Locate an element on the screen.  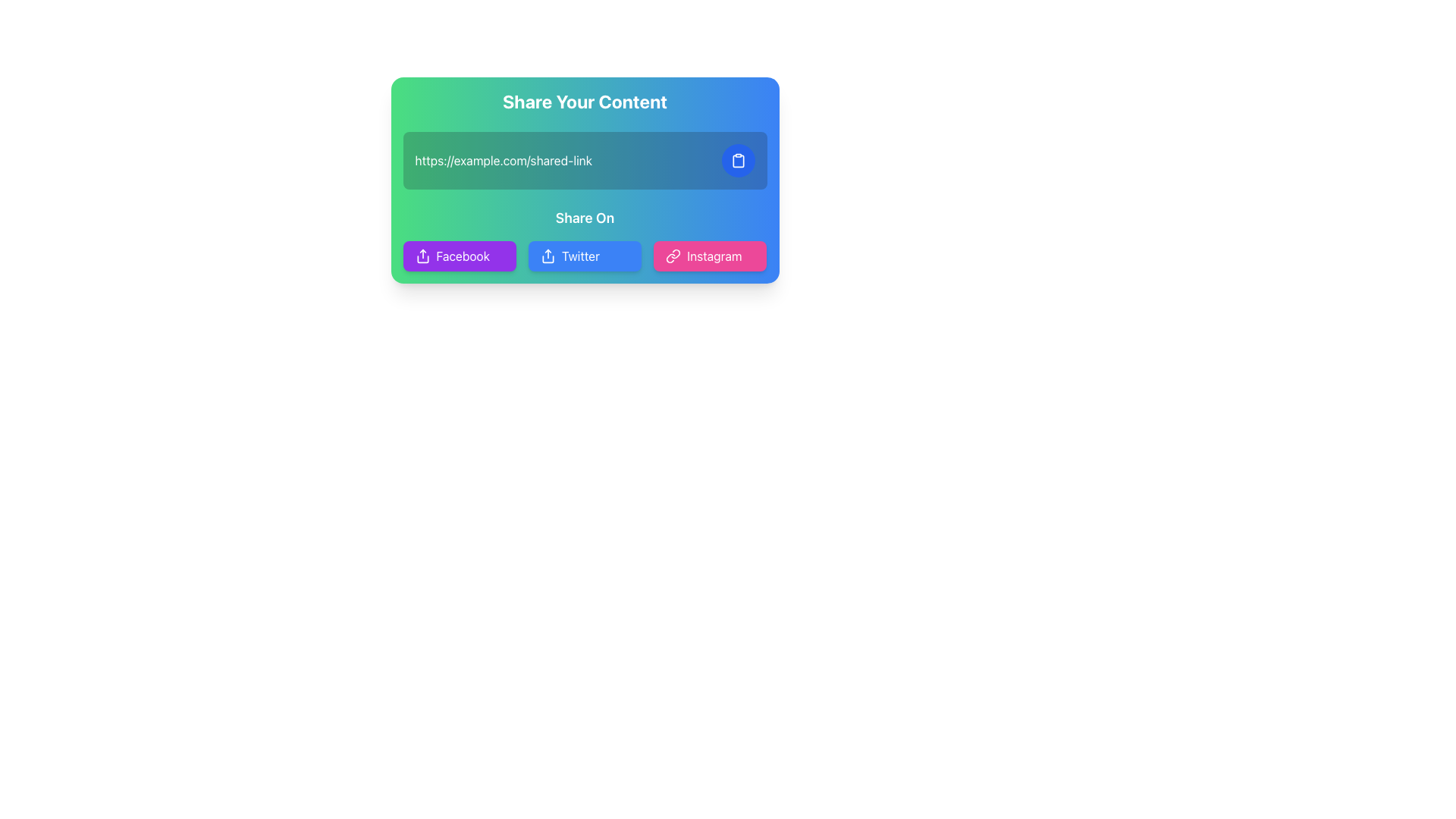
the 'Instagram' sharing icon located inside the pink 'Instagram' button in the bottom-right corner of the 'Share On' section is located at coordinates (673, 256).